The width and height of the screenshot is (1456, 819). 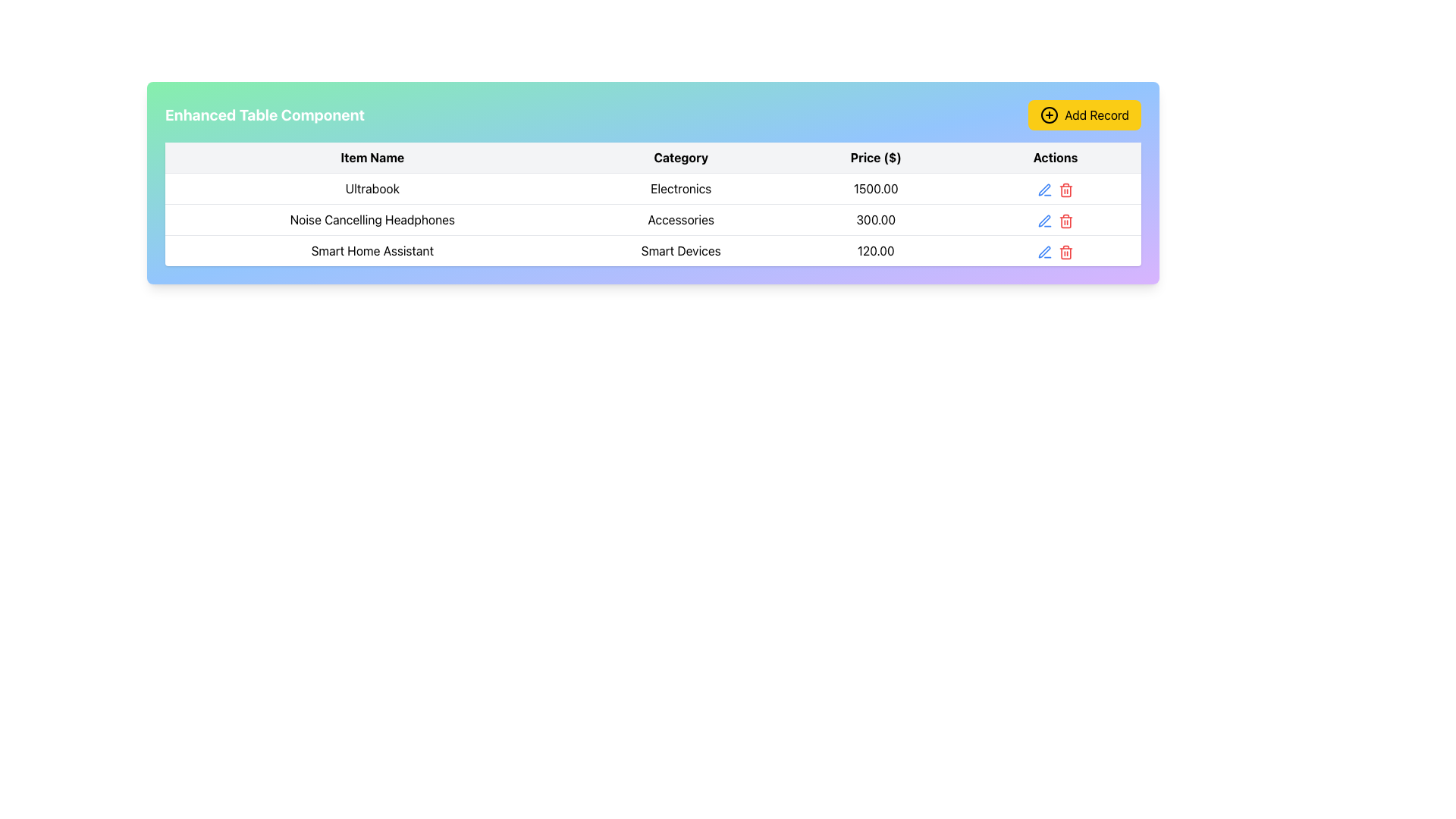 I want to click on the red trash can icon in the Actions column of the second row, so click(x=1065, y=219).